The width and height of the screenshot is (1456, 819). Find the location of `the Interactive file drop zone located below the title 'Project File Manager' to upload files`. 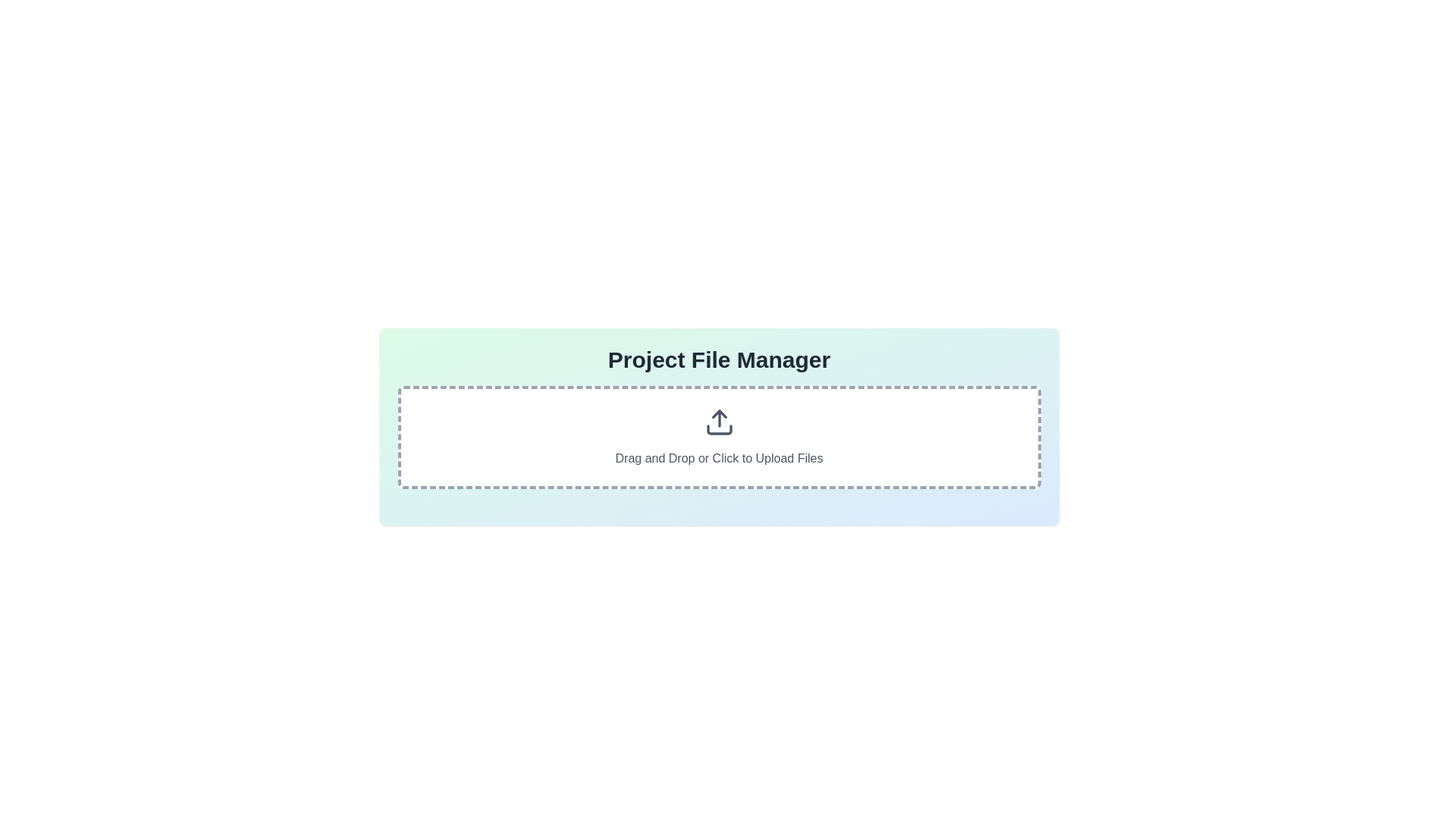

the Interactive file drop zone located below the title 'Project File Manager' to upload files is located at coordinates (718, 438).